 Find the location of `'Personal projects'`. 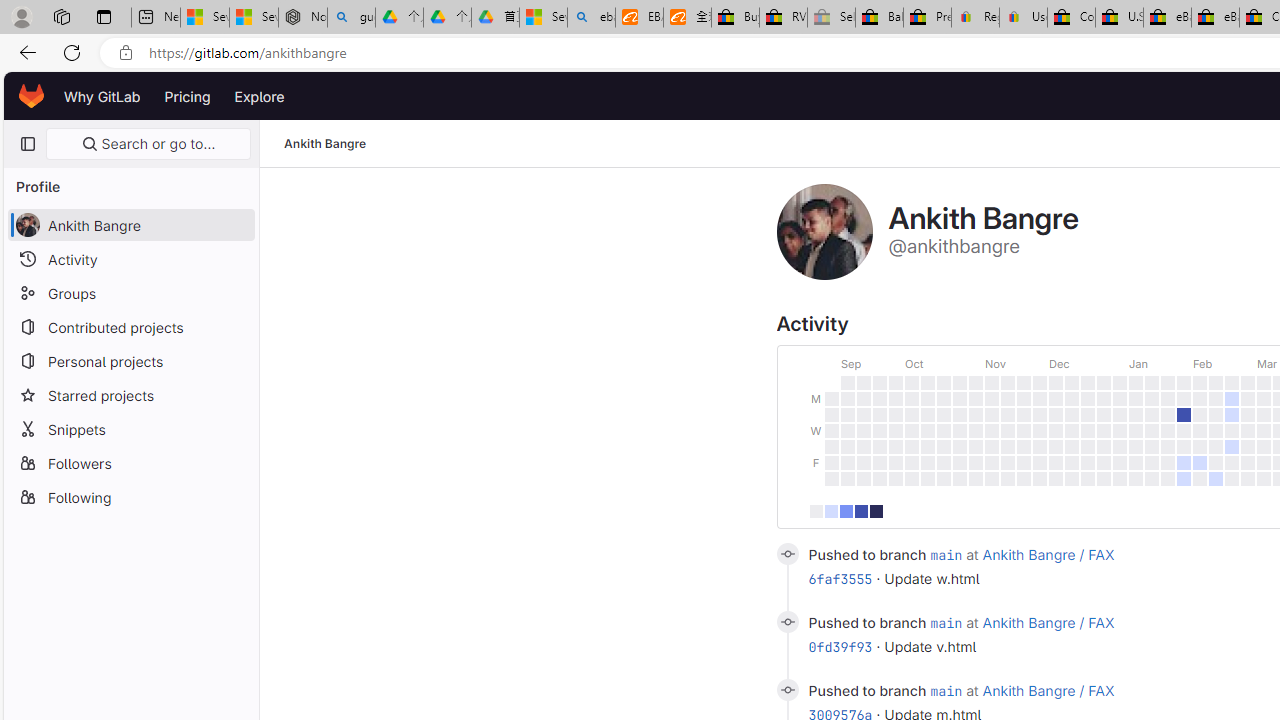

'Personal projects' is located at coordinates (130, 361).